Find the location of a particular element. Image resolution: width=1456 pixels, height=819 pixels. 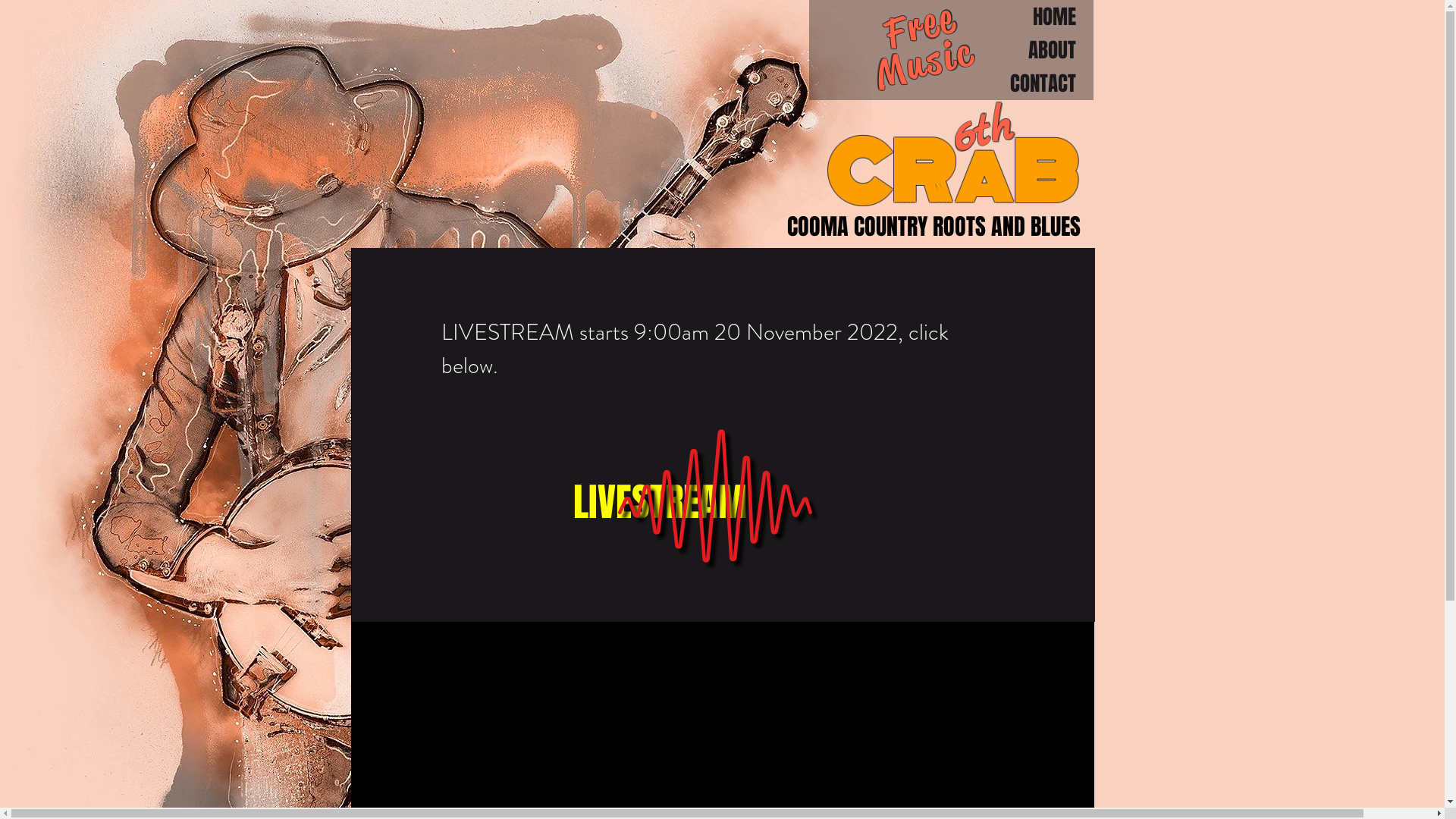

'LIVESTREAM starts 9:00am 20 November 2022, click below.' is located at coordinates (694, 348).